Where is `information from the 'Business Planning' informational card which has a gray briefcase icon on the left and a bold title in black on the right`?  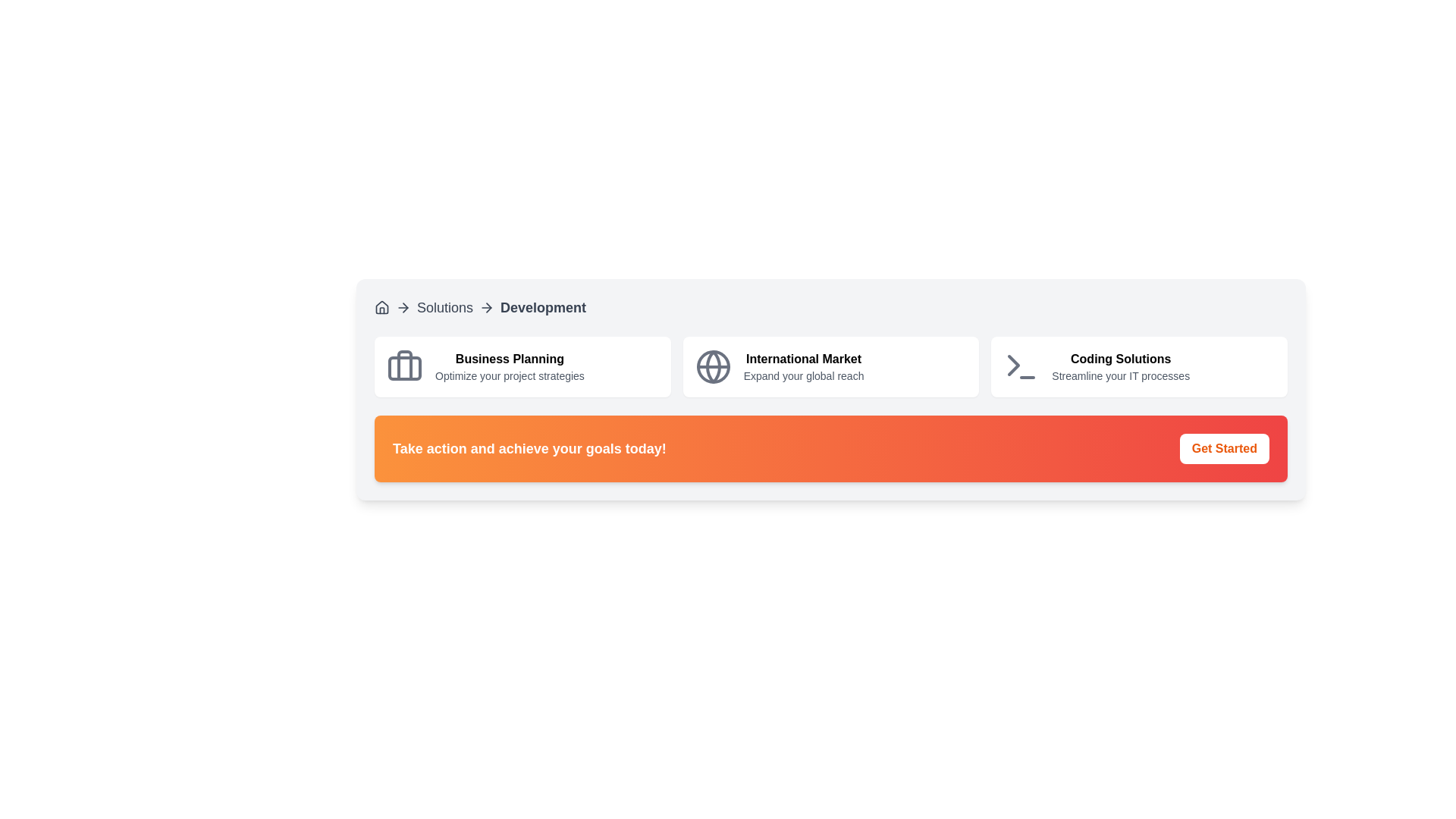 information from the 'Business Planning' informational card which has a gray briefcase icon on the left and a bold title in black on the right is located at coordinates (522, 366).